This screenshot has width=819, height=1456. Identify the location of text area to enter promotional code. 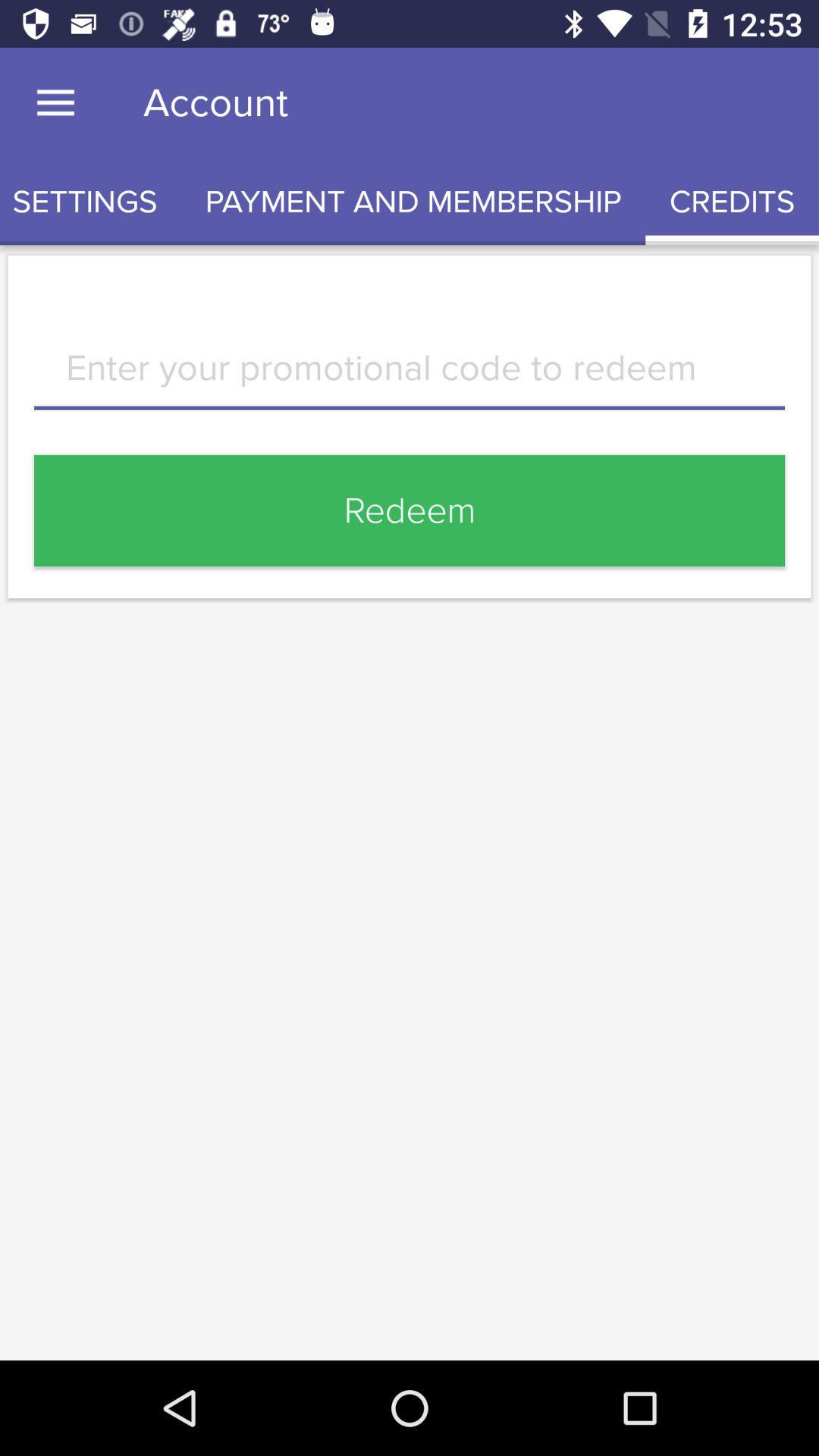
(409, 378).